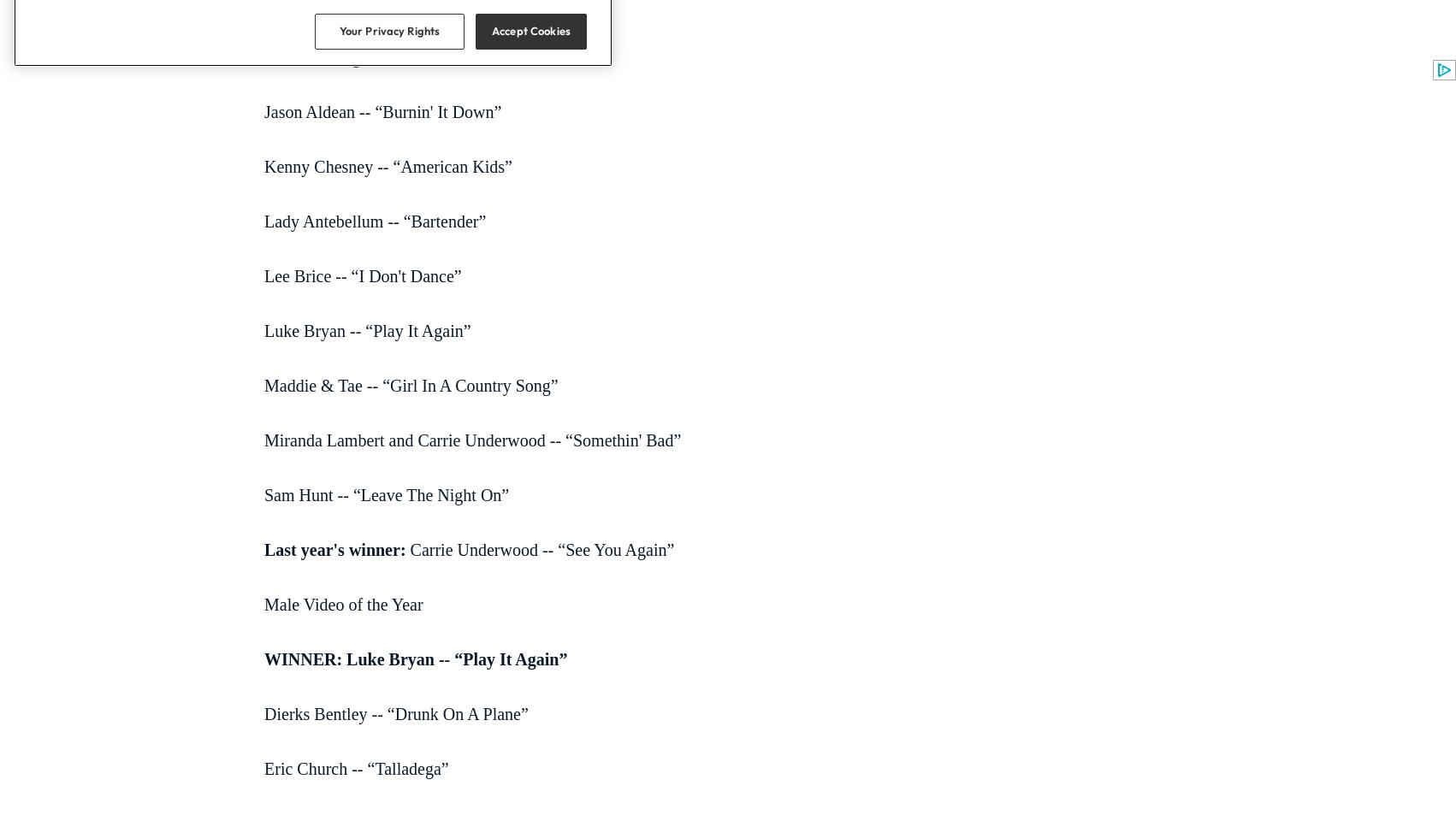  I want to click on 'Lady Antebellum -- “Bartender”', so click(374, 219).